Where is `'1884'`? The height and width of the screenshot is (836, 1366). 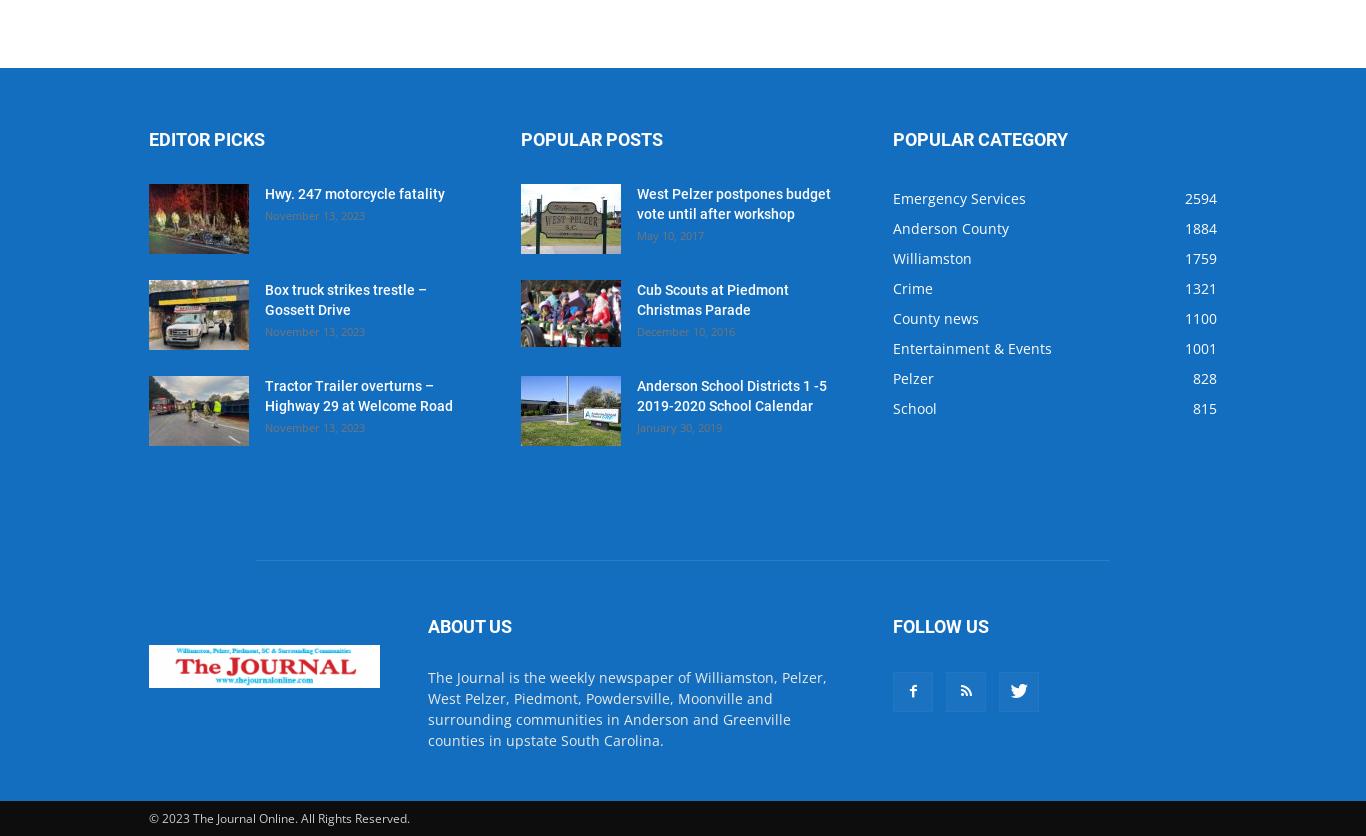 '1884' is located at coordinates (1200, 228).